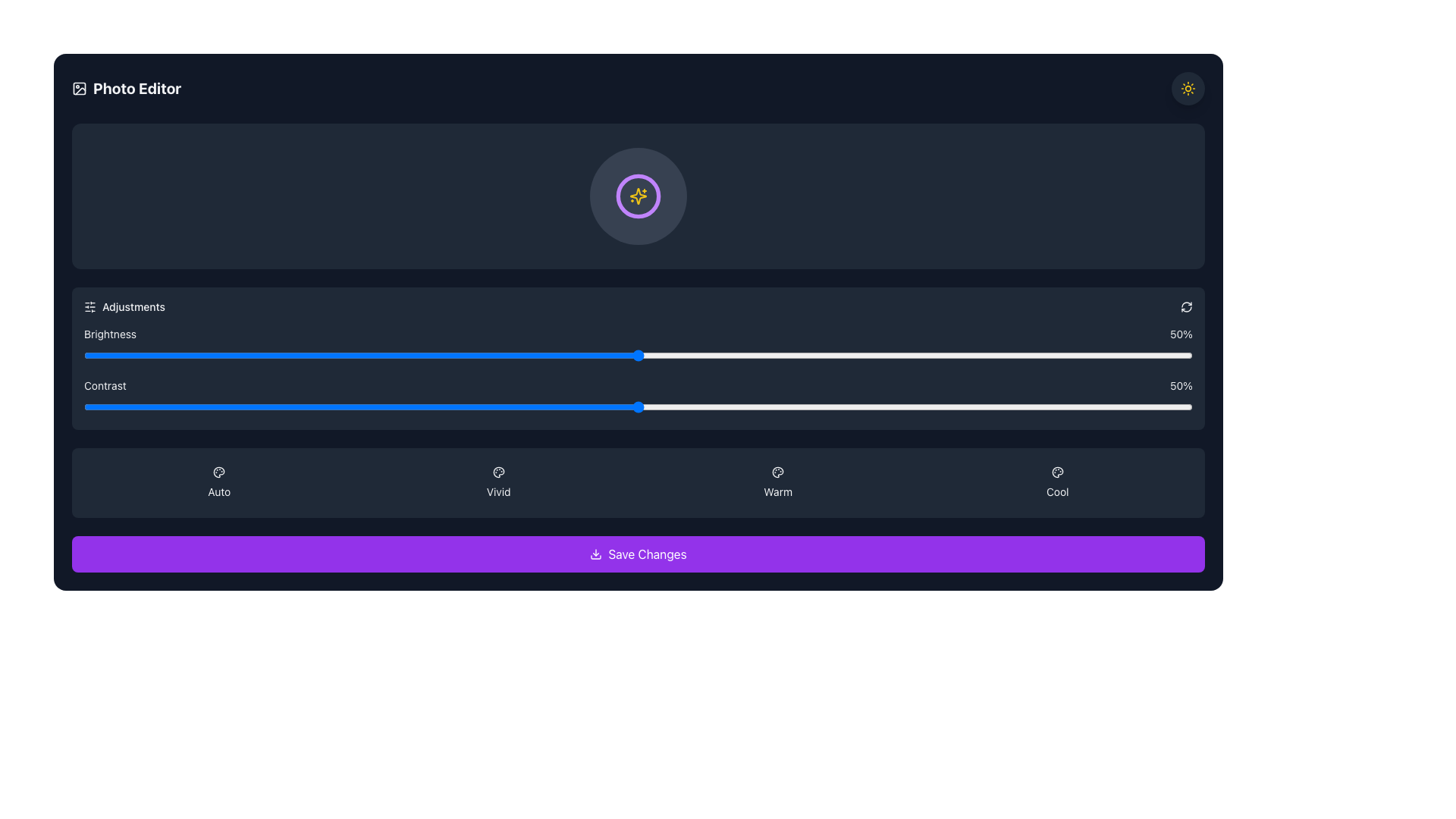 This screenshot has height=819, width=1456. What do you see at coordinates (498, 472) in the screenshot?
I see `the decorative icon related to the 'palette' or 'vivid color settings' functionality, located near the 'Vivid' button, which is the second button in the bottom section of the interface` at bounding box center [498, 472].